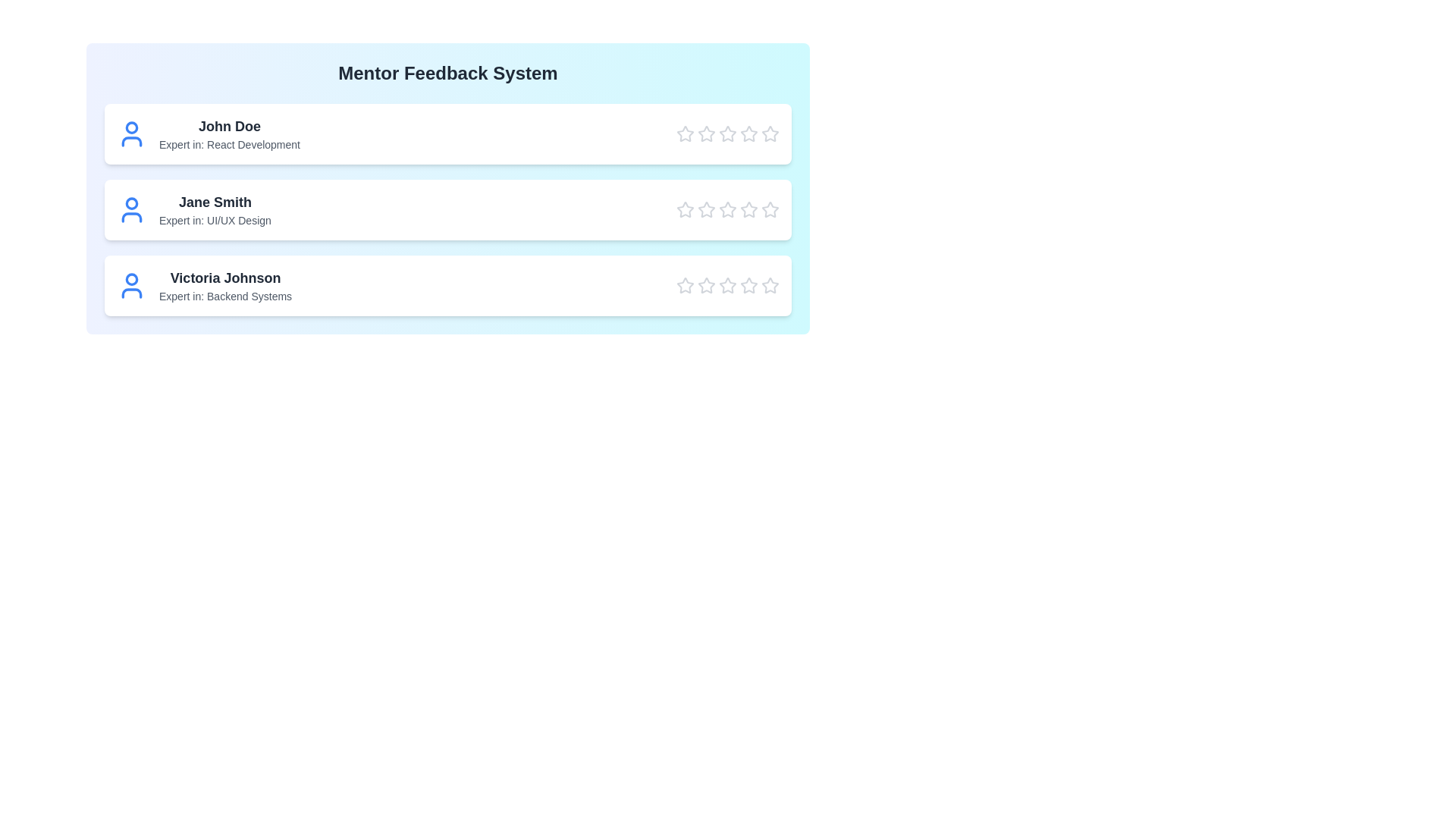 The height and width of the screenshot is (819, 1456). I want to click on the user icon for the specified mentor, so click(131, 133).